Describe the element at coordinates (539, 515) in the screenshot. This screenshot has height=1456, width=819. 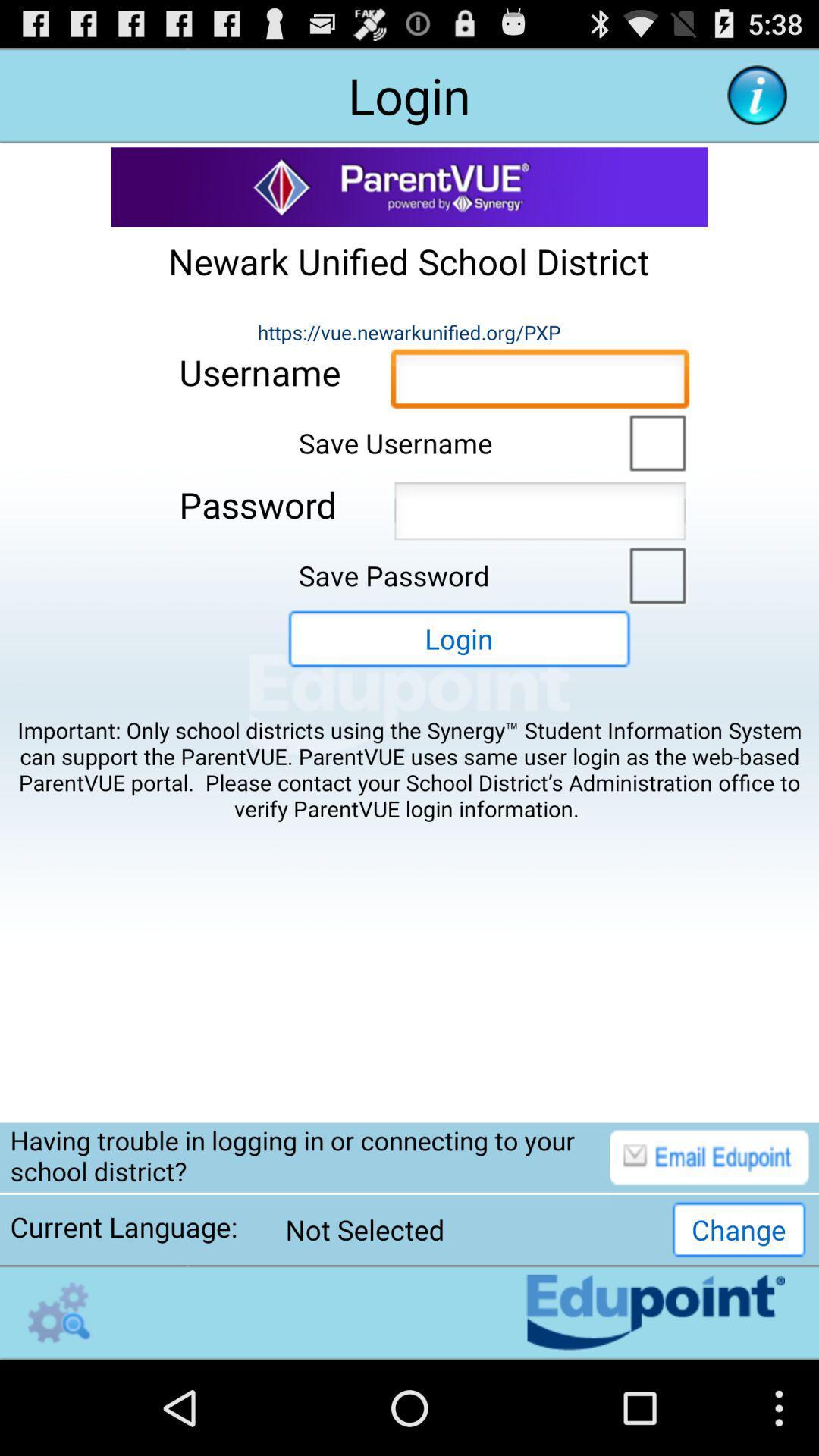
I see `password box` at that location.